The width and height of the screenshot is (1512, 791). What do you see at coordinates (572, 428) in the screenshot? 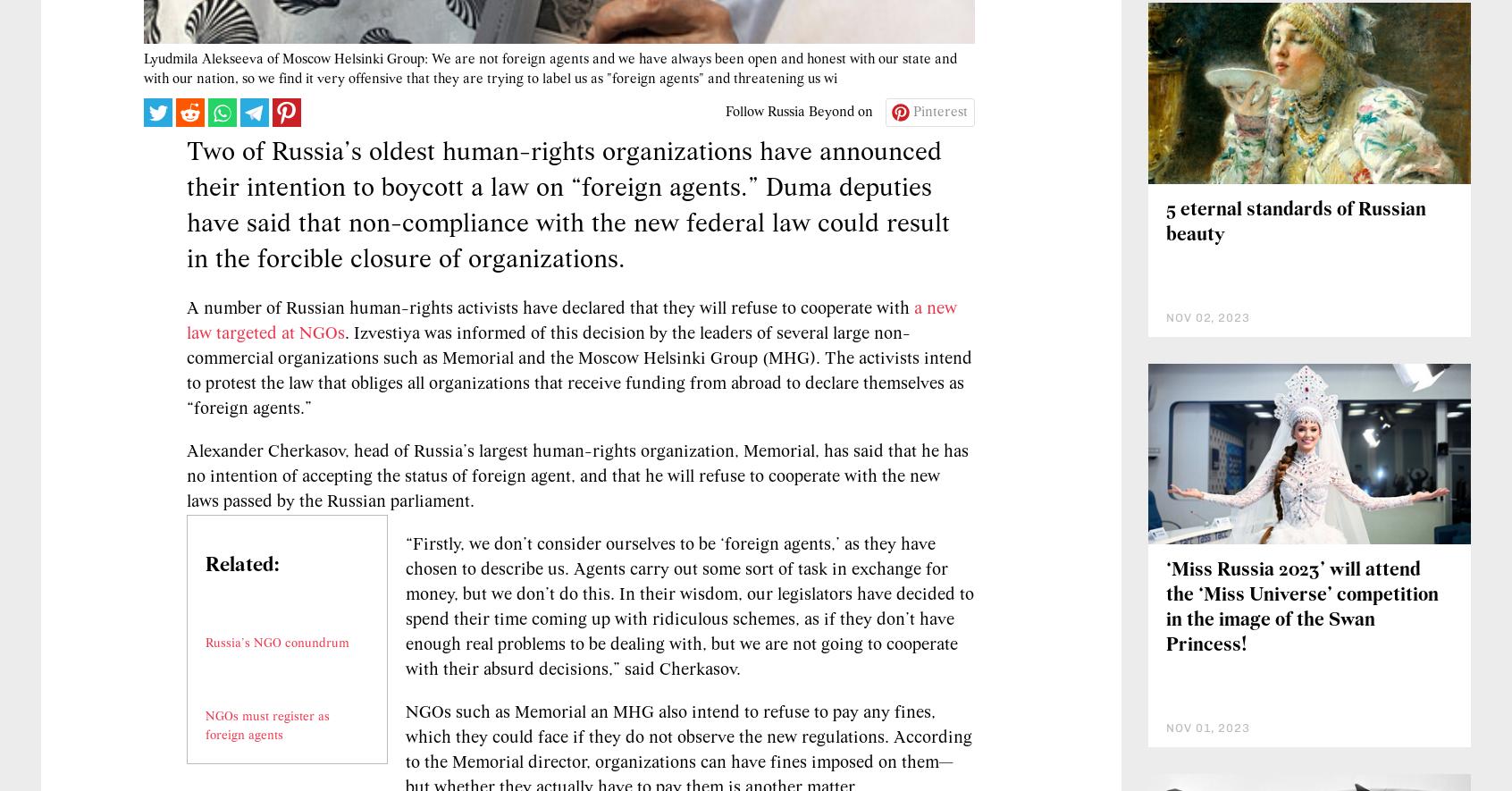
I see `'a new law targeted at NGOs'` at bounding box center [572, 428].